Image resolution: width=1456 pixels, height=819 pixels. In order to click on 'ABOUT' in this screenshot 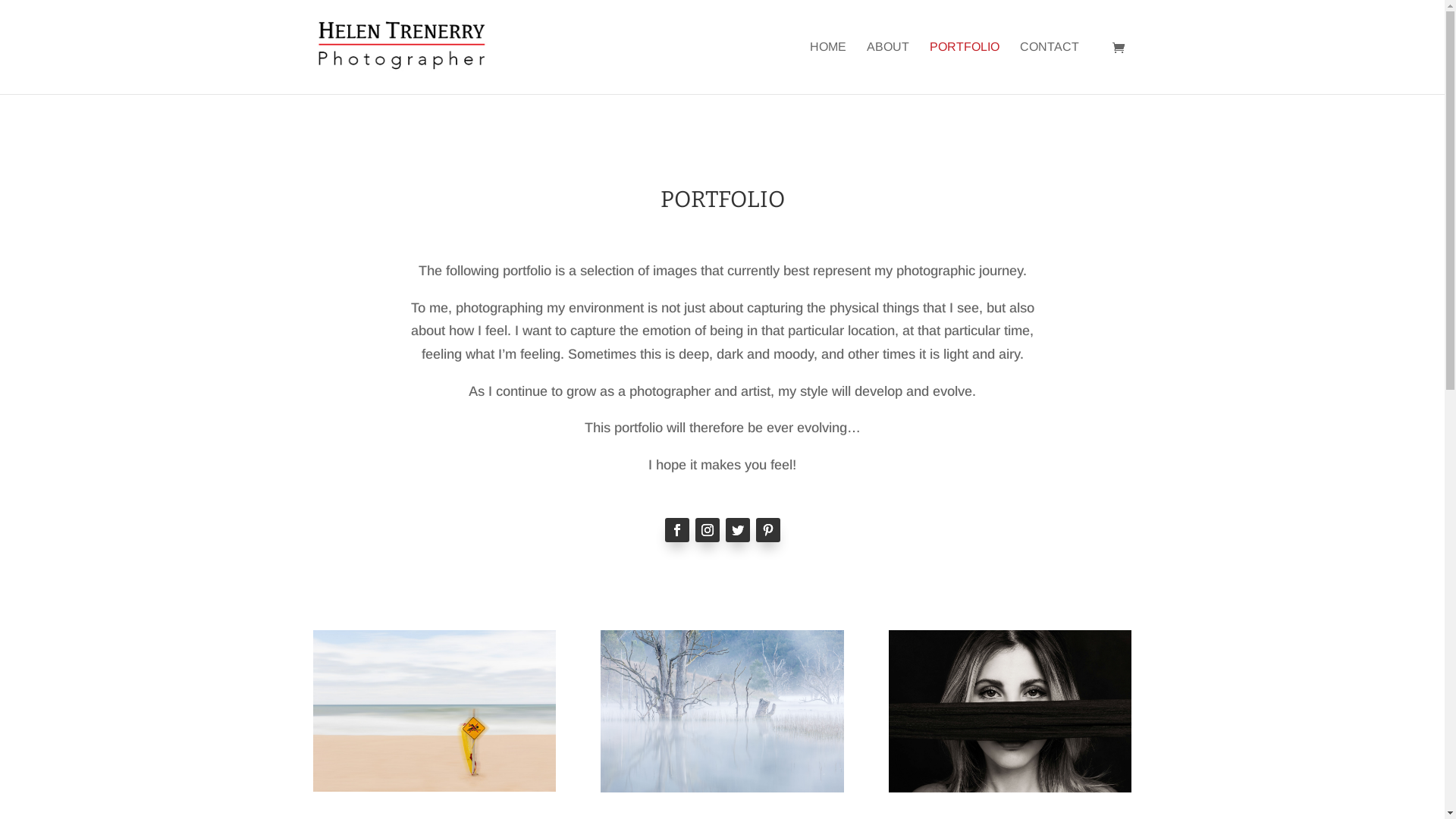, I will do `click(887, 67)`.